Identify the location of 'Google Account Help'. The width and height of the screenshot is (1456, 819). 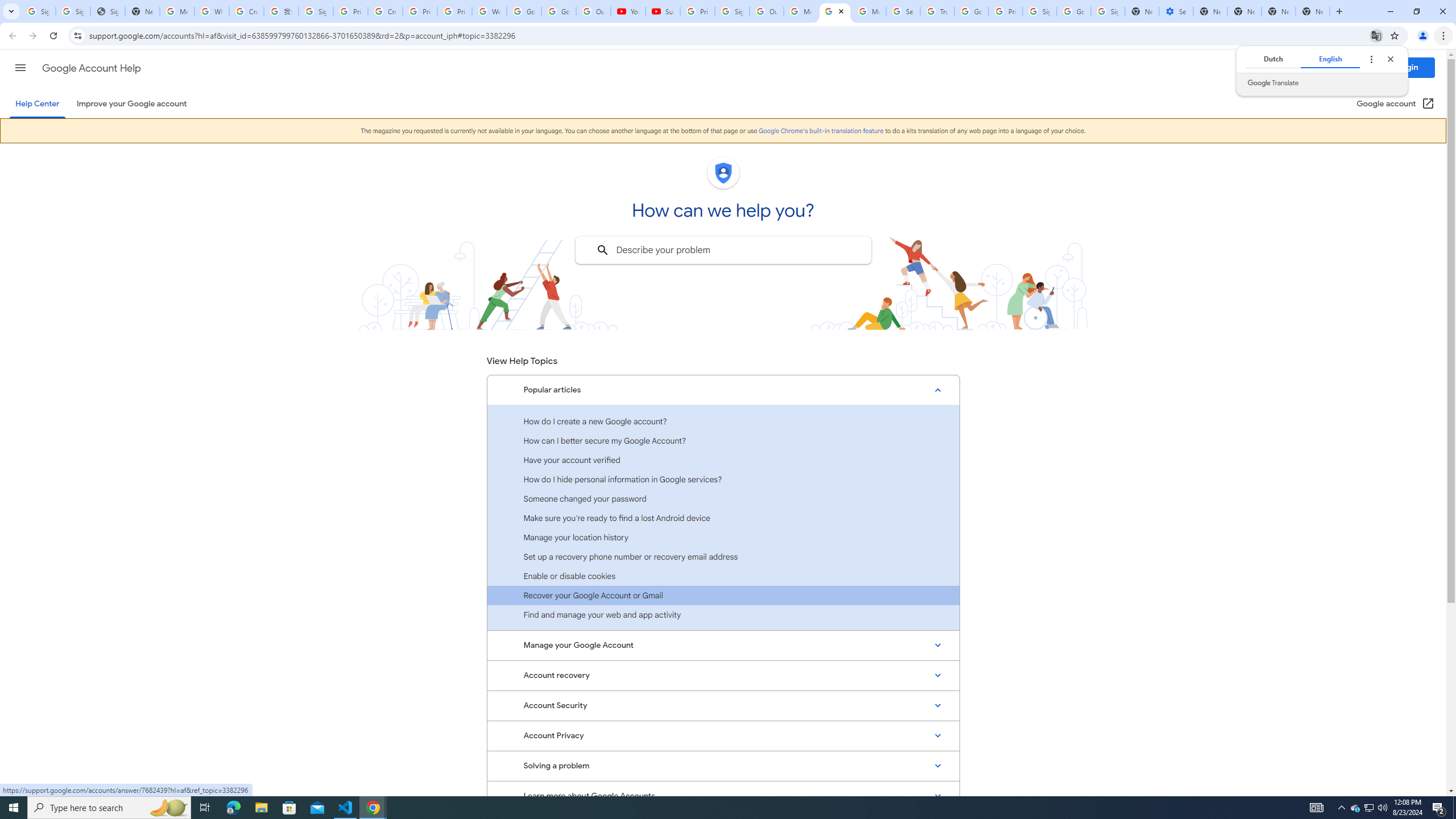
(91, 68).